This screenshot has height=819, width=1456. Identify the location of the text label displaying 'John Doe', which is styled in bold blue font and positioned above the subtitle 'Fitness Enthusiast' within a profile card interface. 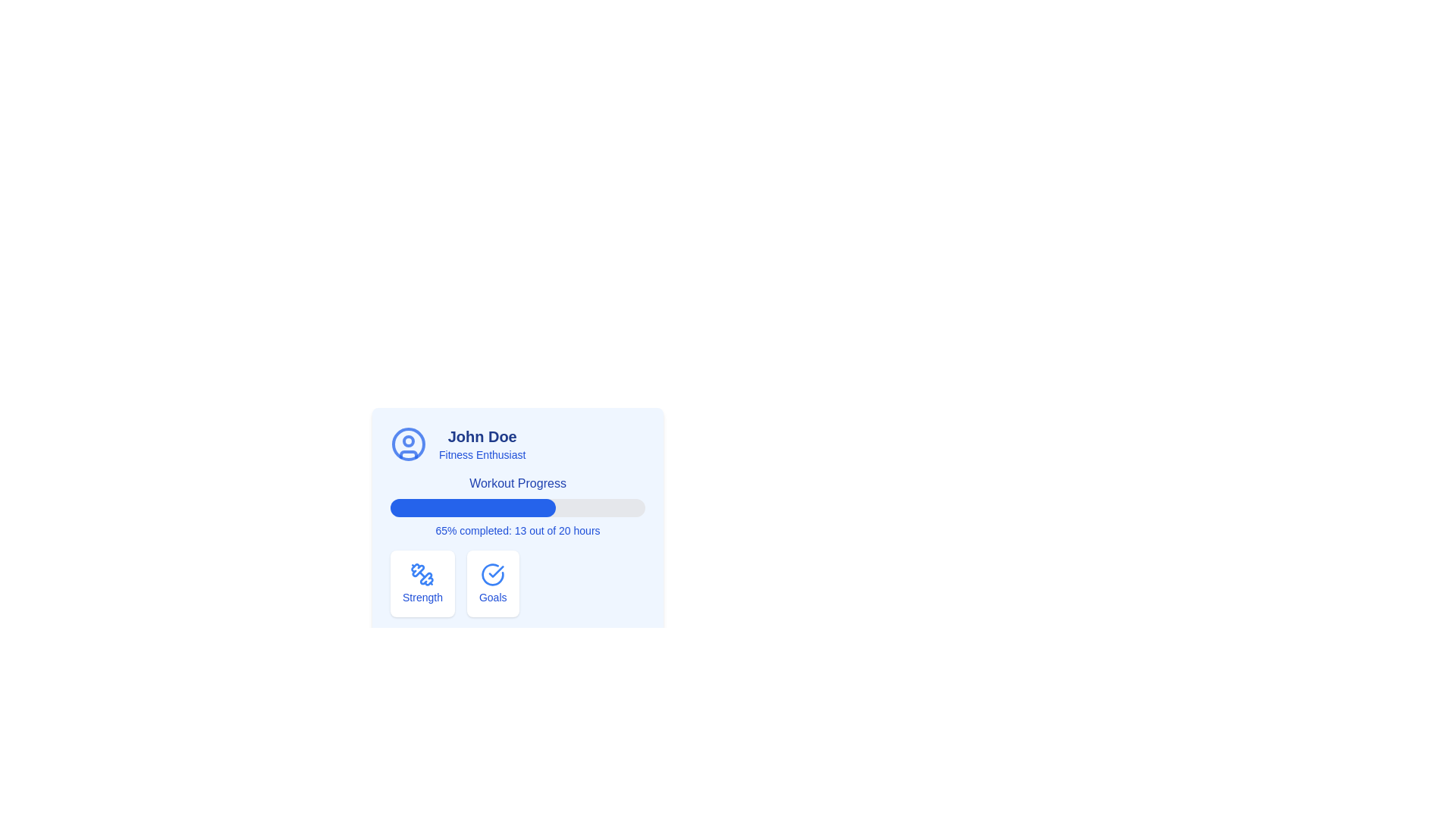
(481, 436).